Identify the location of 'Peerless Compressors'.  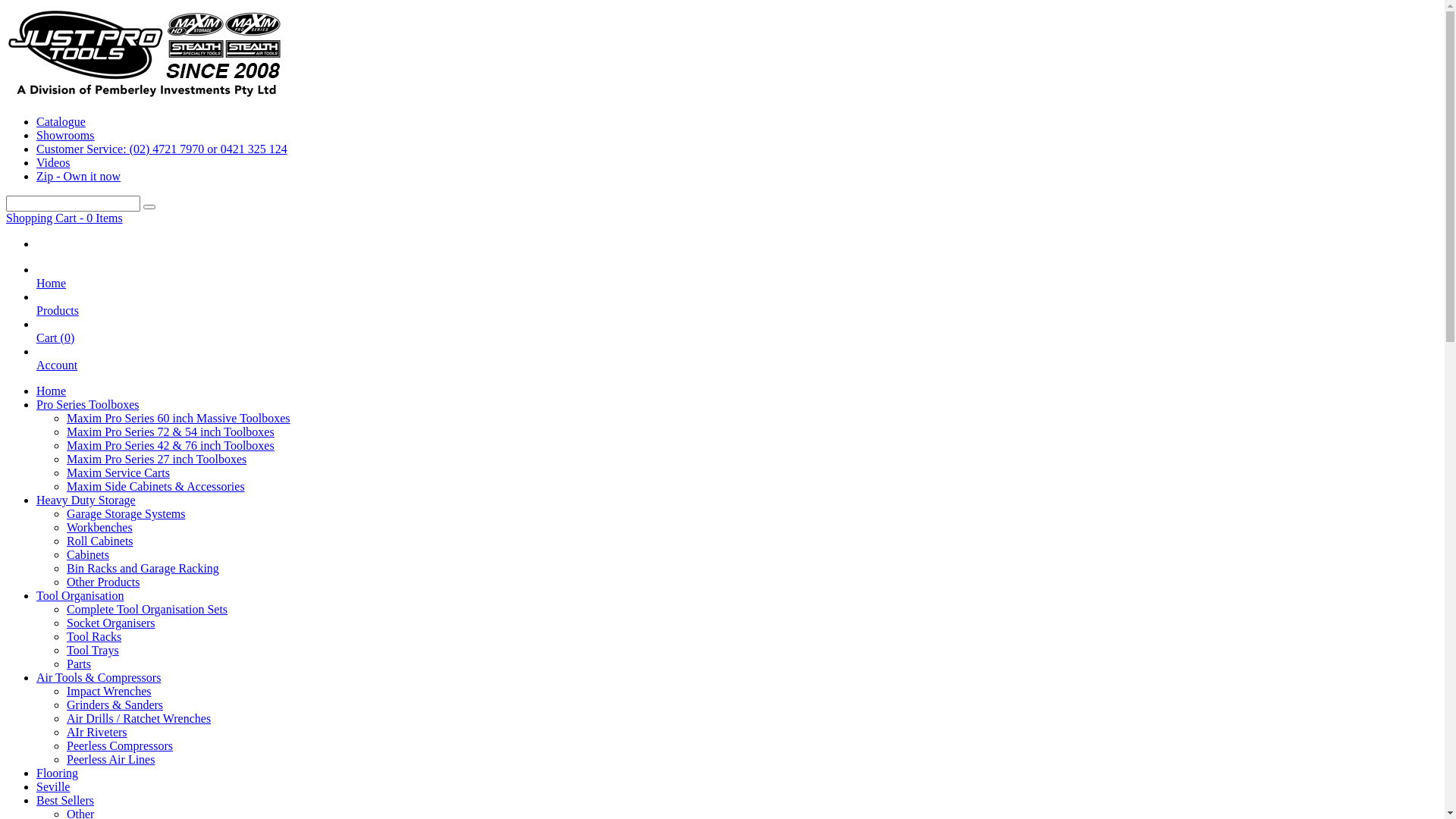
(119, 745).